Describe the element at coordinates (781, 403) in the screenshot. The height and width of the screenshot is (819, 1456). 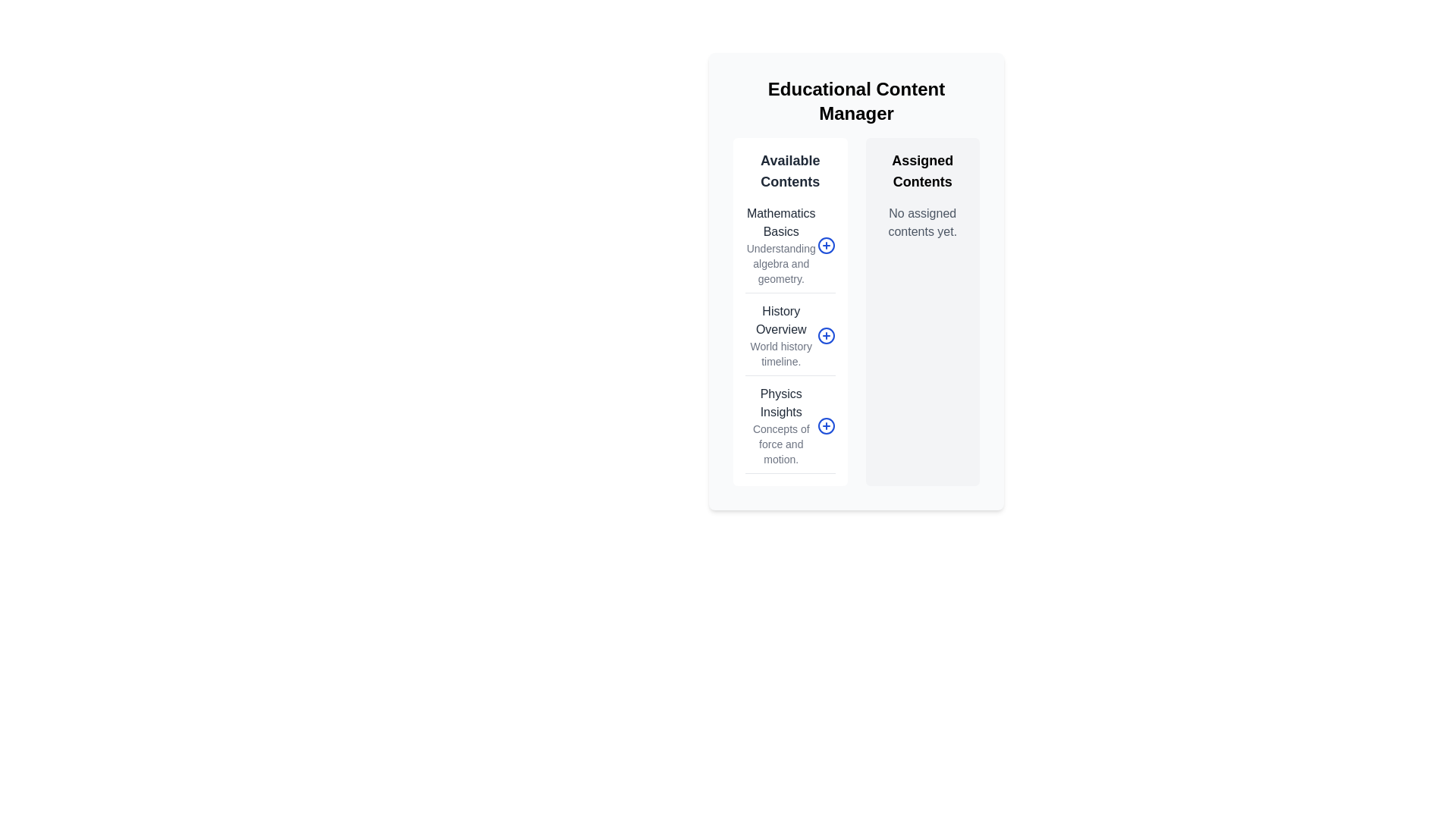
I see `the 'Physics Insights' text label, which is a medium weight title positioned above a subtitle in the 'Available Contents' section` at that location.